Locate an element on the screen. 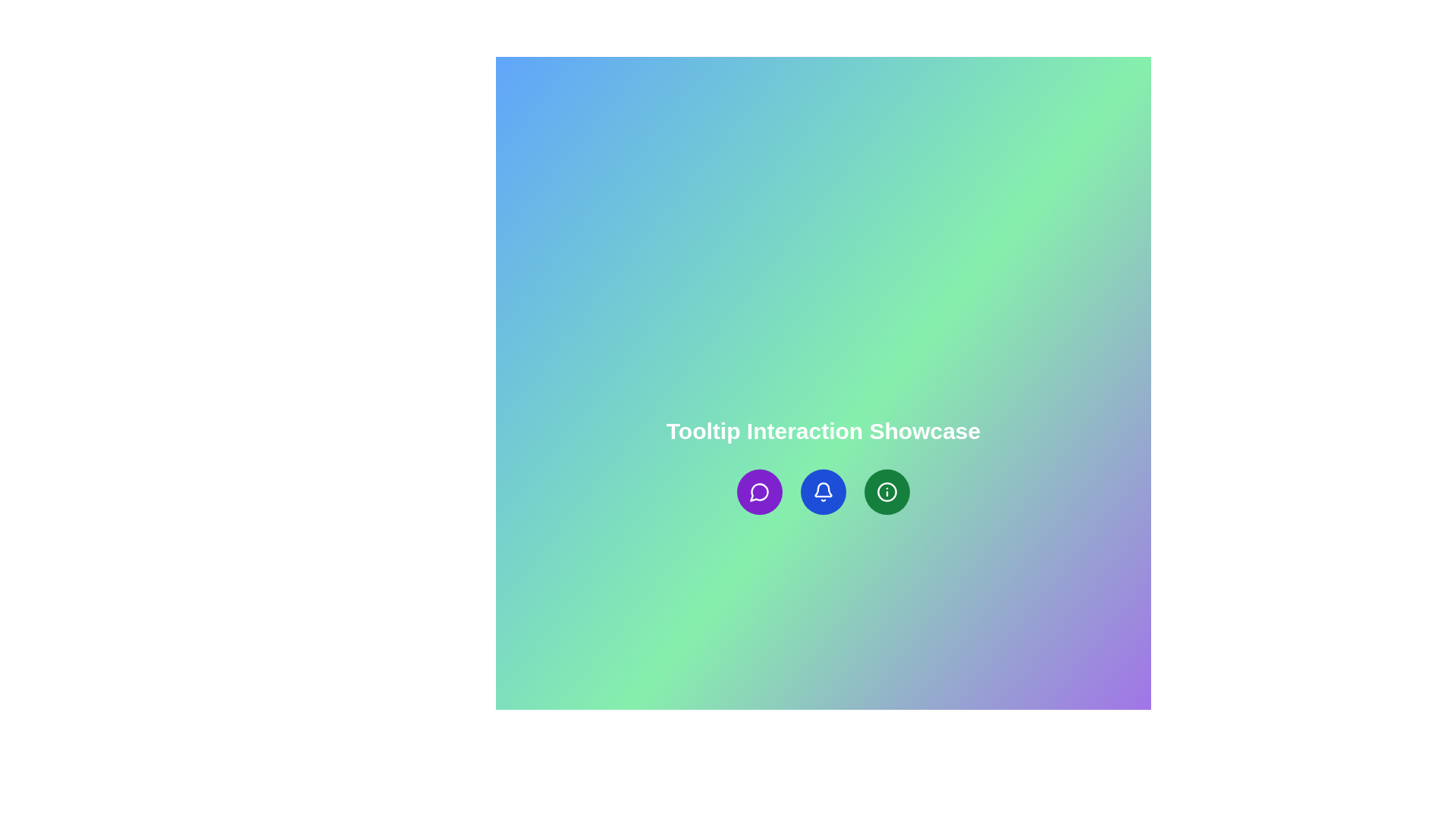 This screenshot has height=819, width=1456. the circular button with a purple background and a white message bubble icon is located at coordinates (760, 491).